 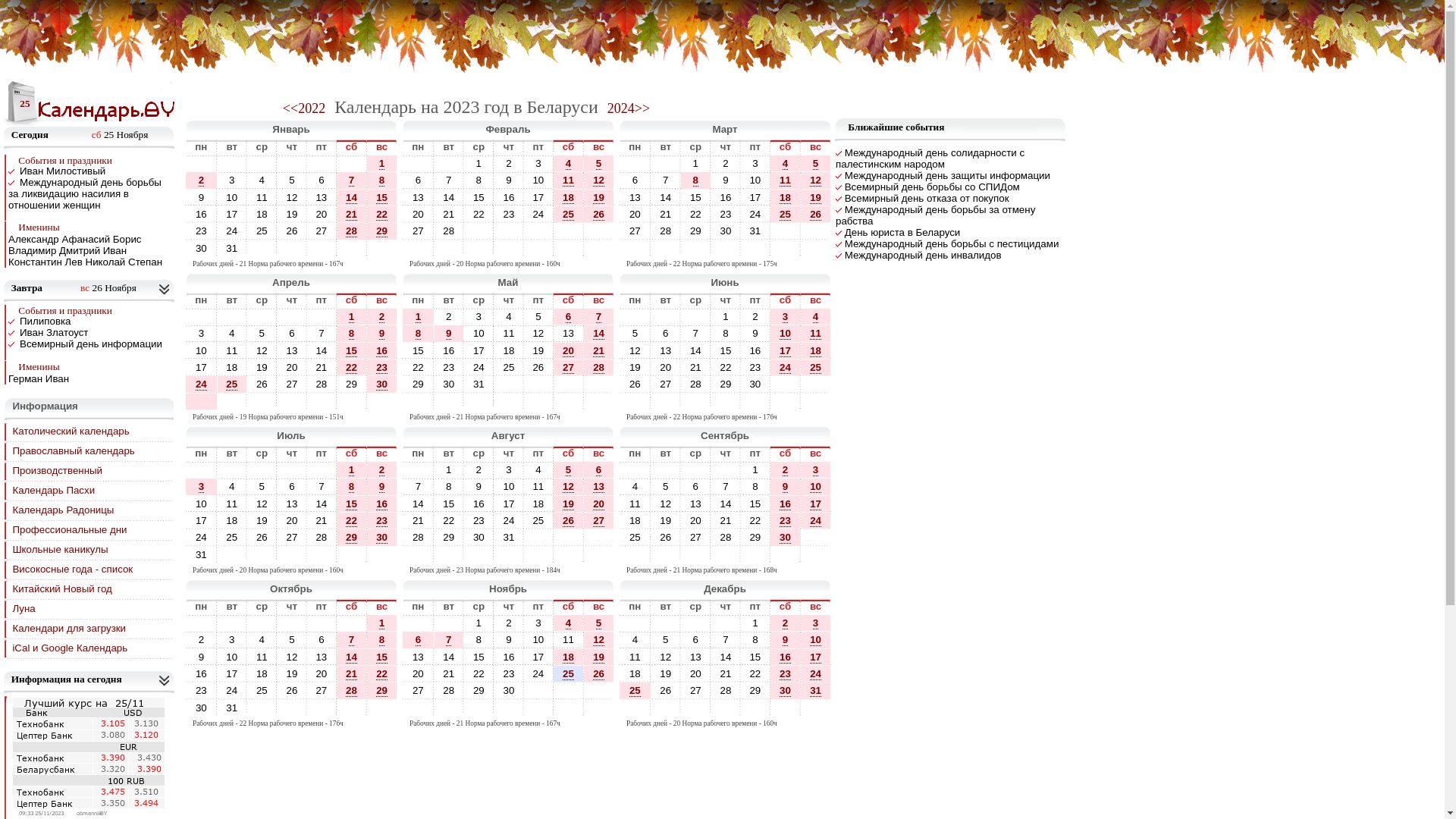 What do you see at coordinates (567, 350) in the screenshot?
I see `'20'` at bounding box center [567, 350].